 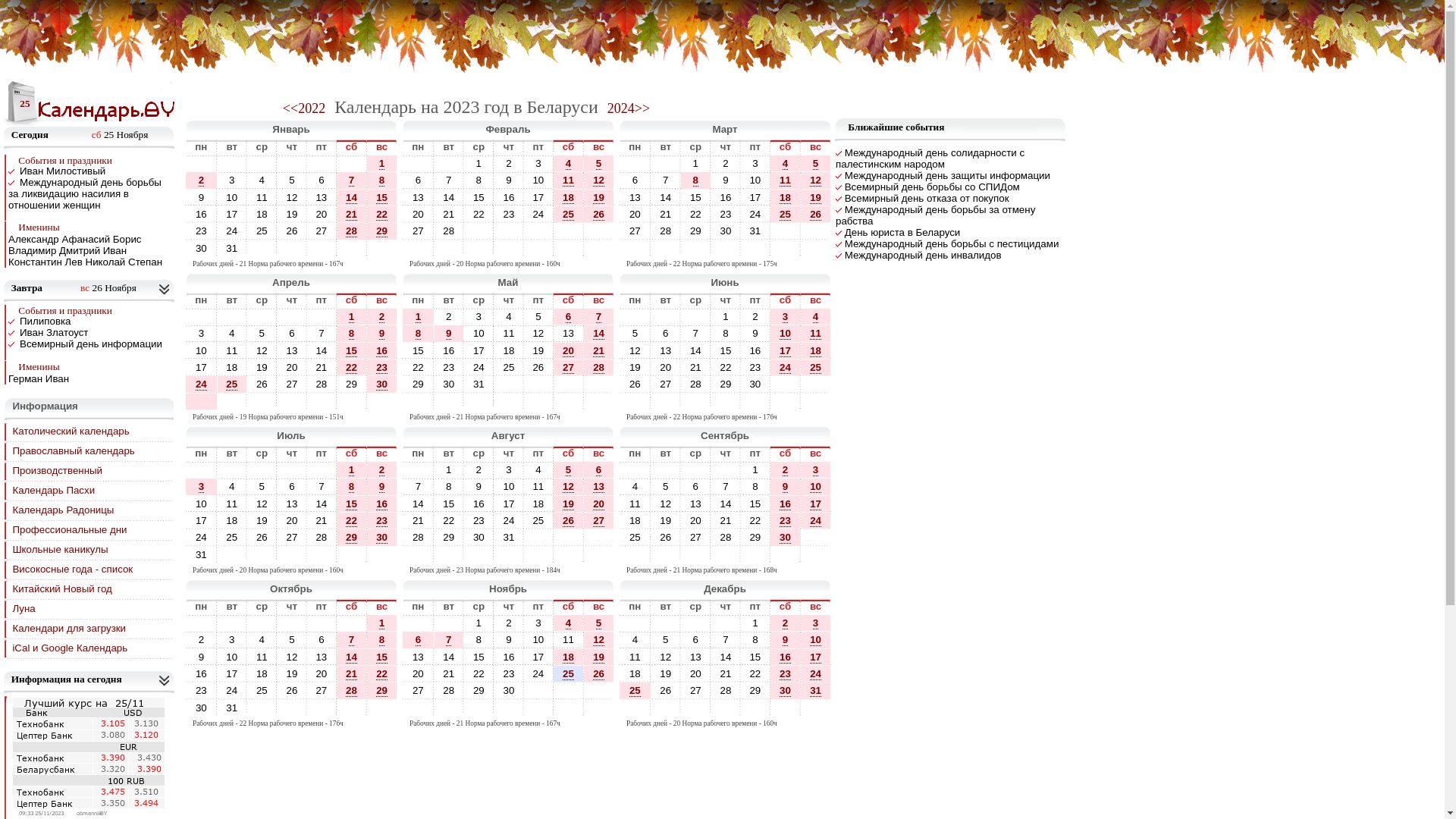 What do you see at coordinates (567, 350) in the screenshot?
I see `'20'` at bounding box center [567, 350].